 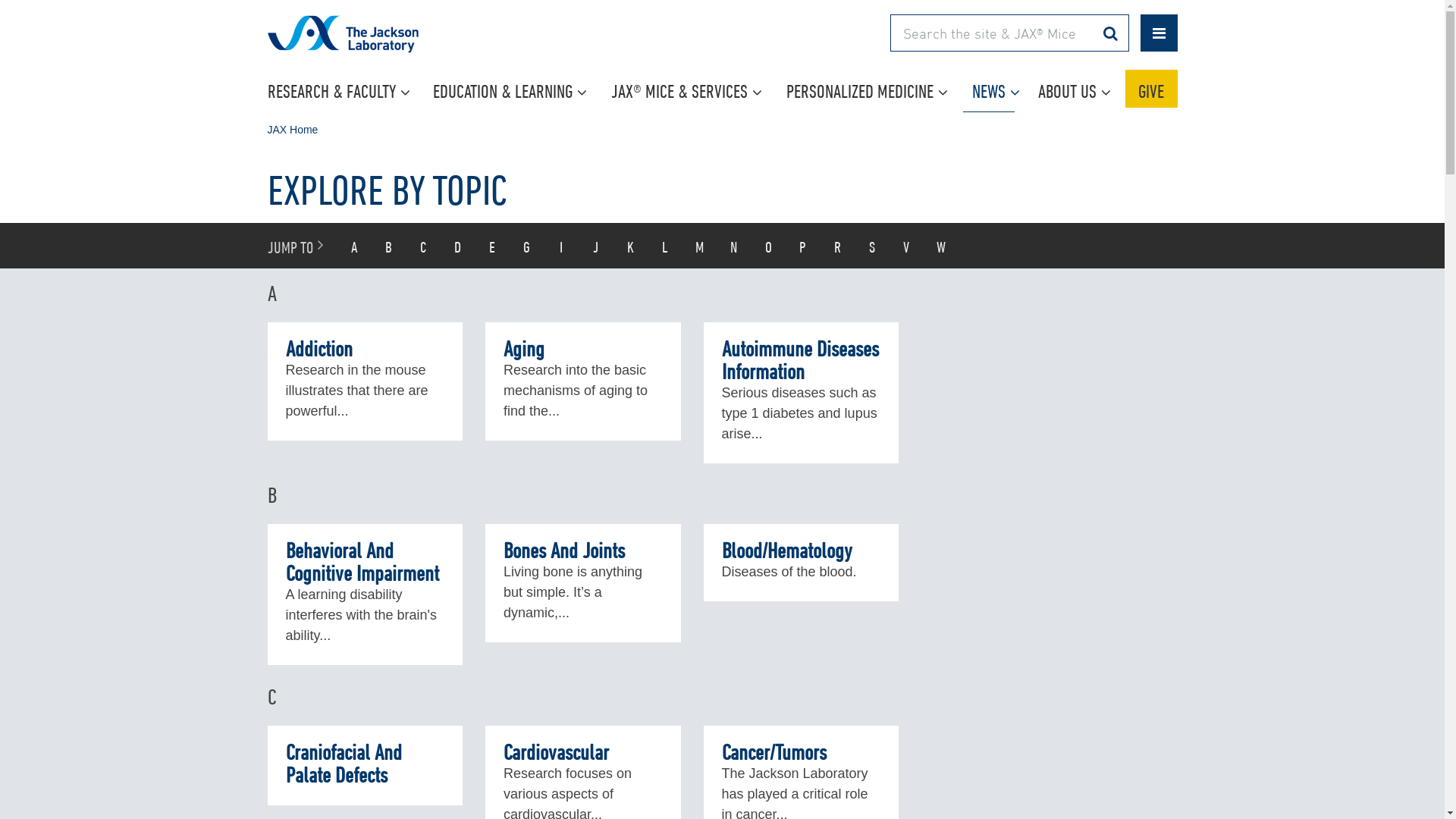 What do you see at coordinates (384, 43) in the screenshot?
I see `'Jackson Laboratory'` at bounding box center [384, 43].